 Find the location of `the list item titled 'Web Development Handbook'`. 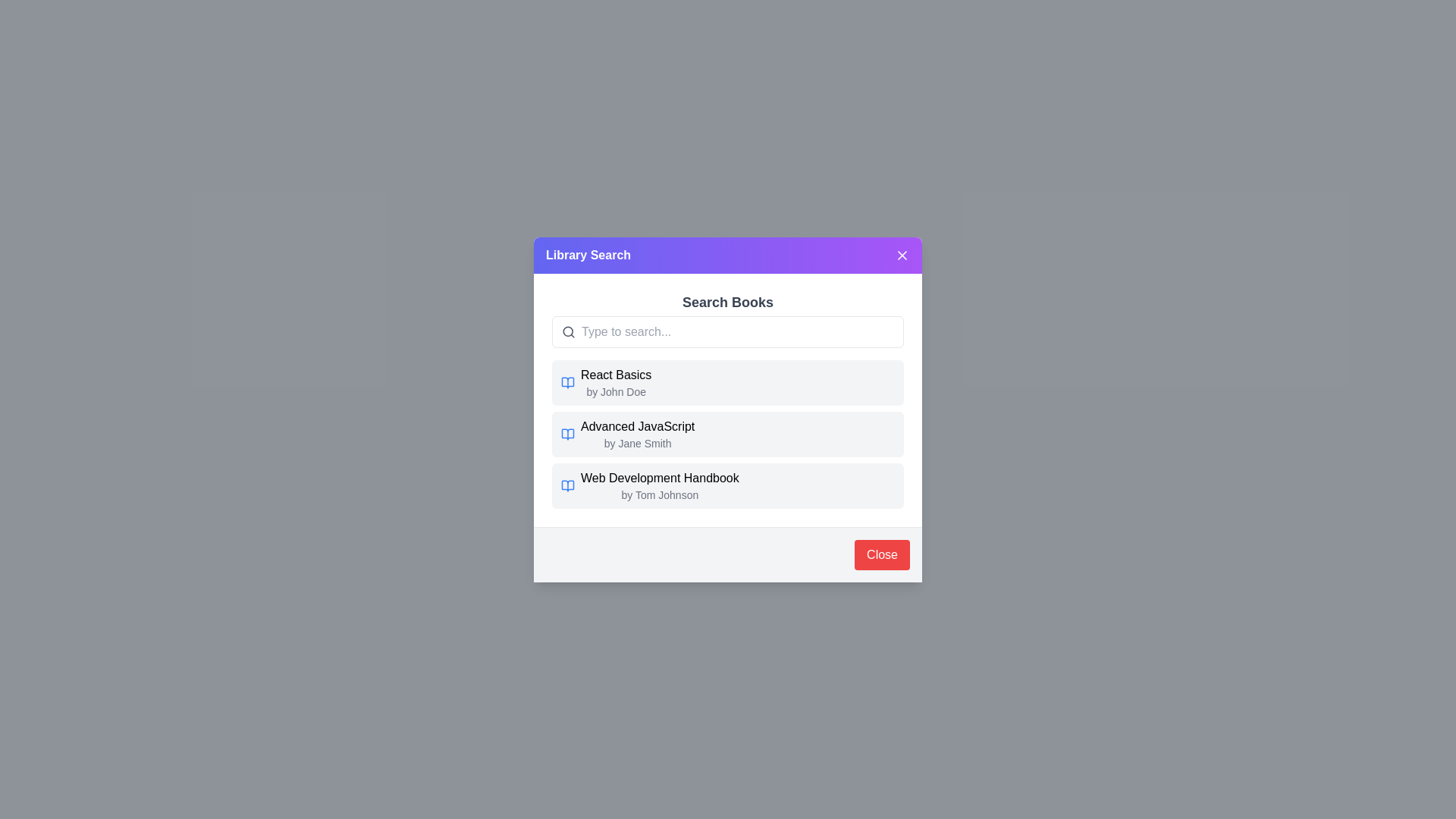

the list item titled 'Web Development Handbook' is located at coordinates (728, 485).